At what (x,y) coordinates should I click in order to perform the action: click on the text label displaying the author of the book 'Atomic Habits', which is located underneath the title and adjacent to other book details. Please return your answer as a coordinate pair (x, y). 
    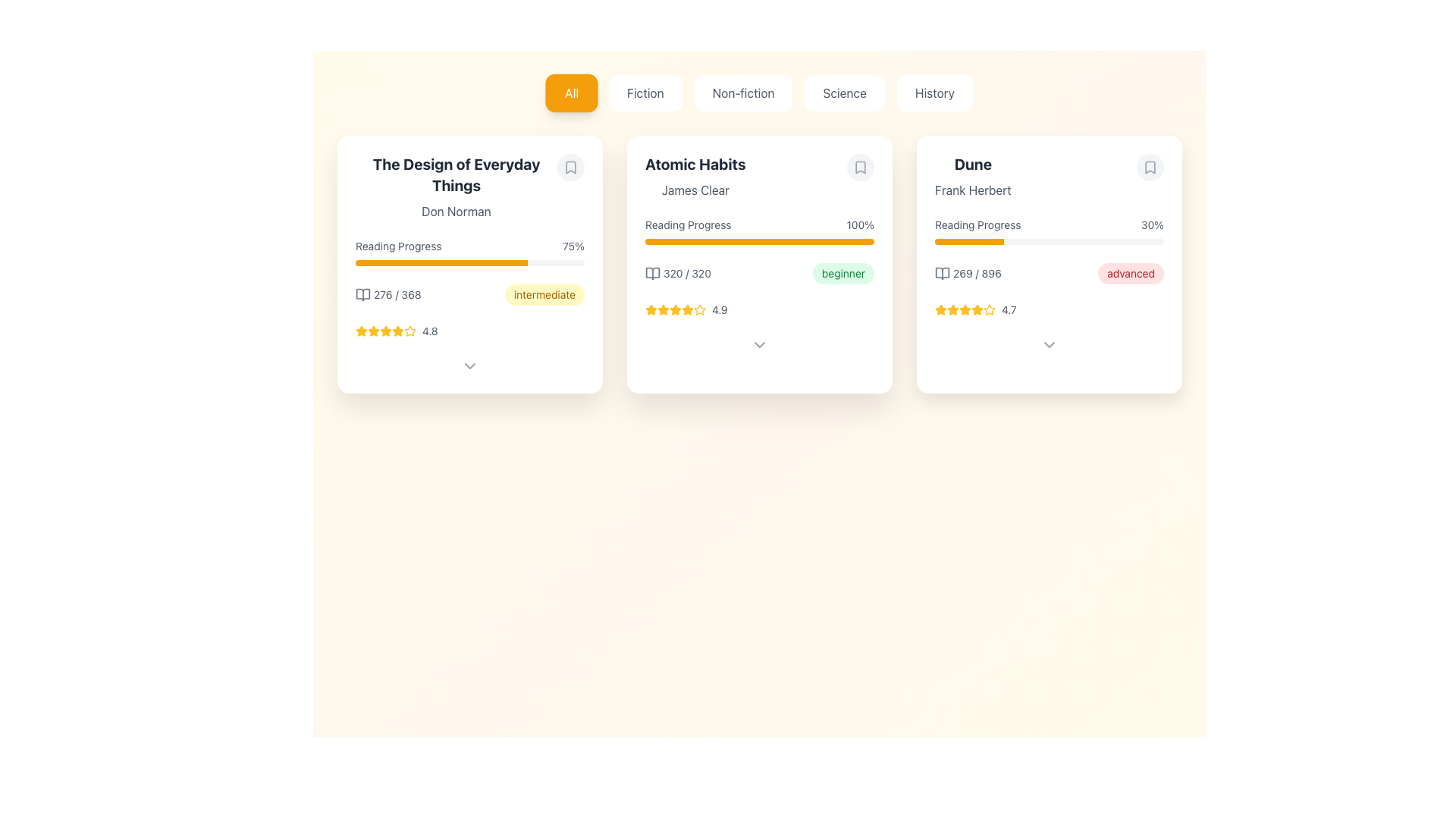
    Looking at the image, I should click on (695, 189).